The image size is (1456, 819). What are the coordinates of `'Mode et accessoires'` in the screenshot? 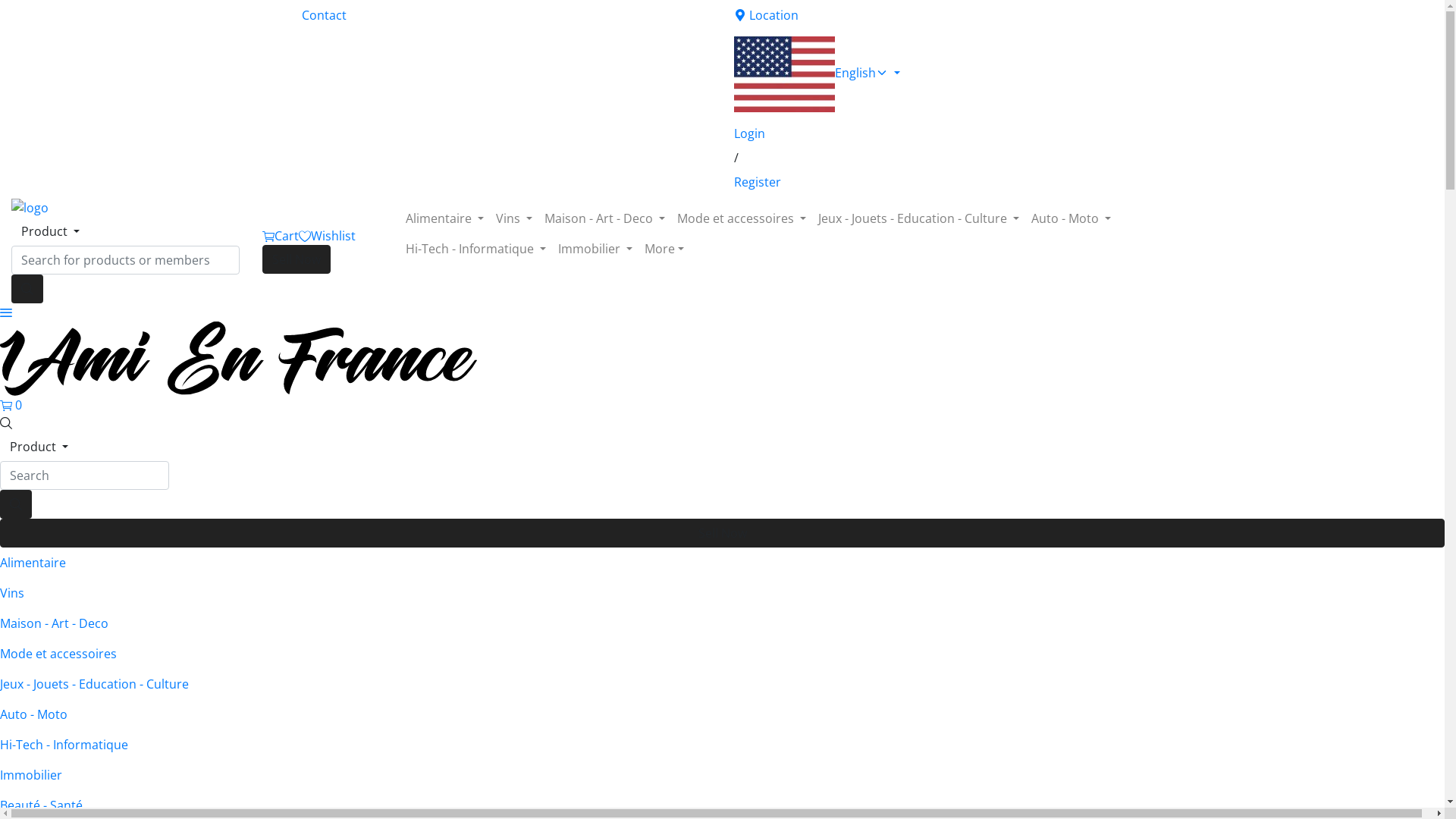 It's located at (742, 218).